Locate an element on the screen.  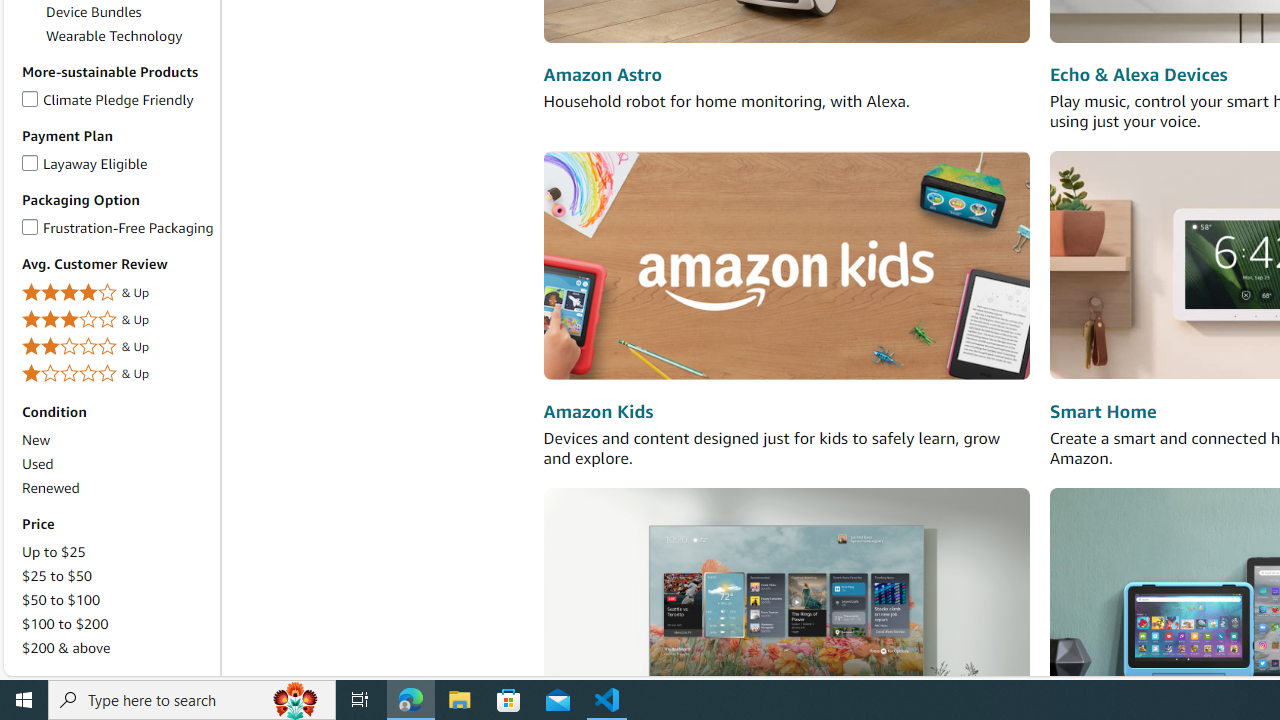
'$50 to $100' is located at coordinates (116, 598).